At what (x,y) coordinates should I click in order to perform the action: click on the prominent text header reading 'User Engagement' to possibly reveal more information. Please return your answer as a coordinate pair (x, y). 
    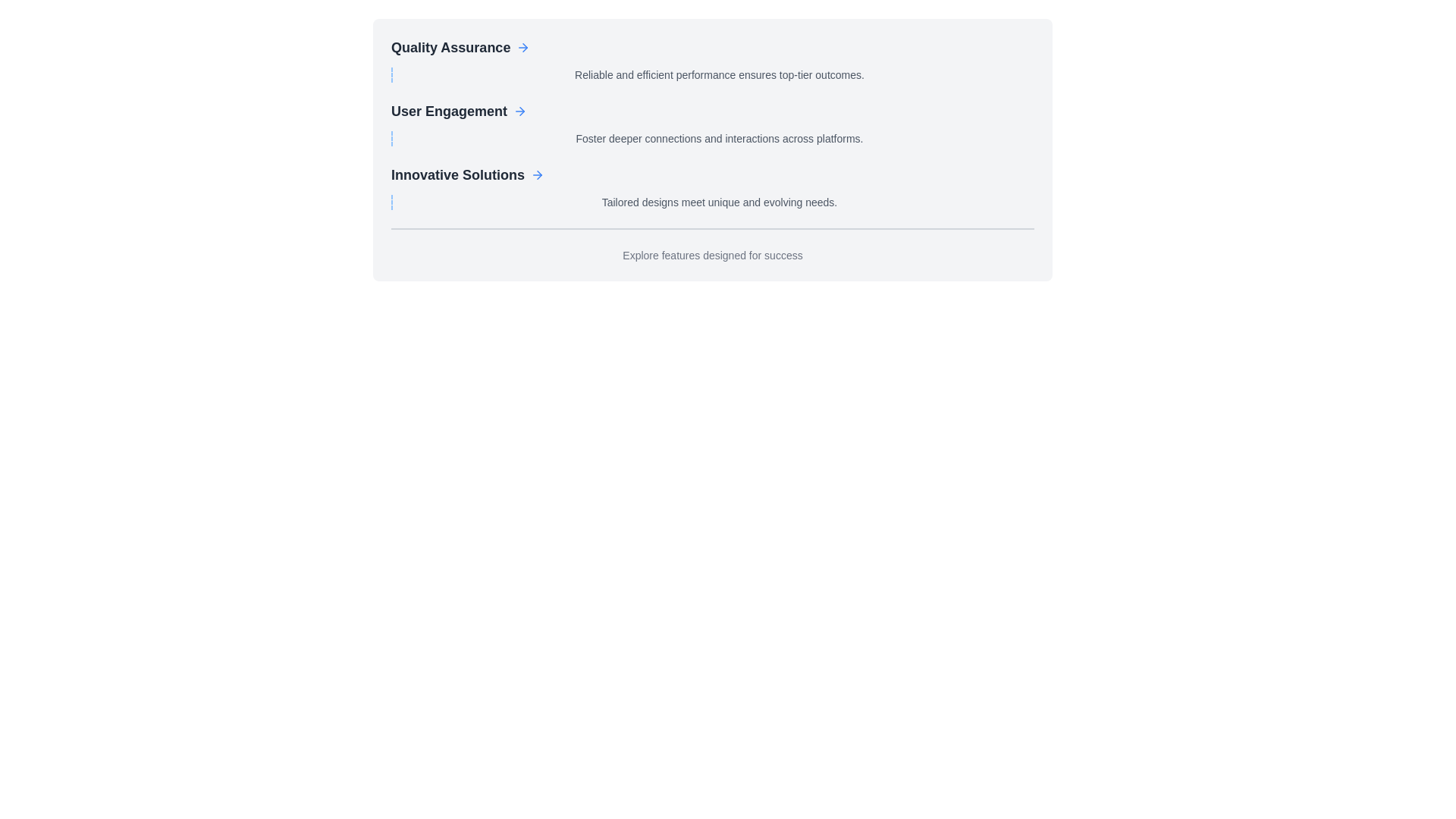
    Looking at the image, I should click on (448, 110).